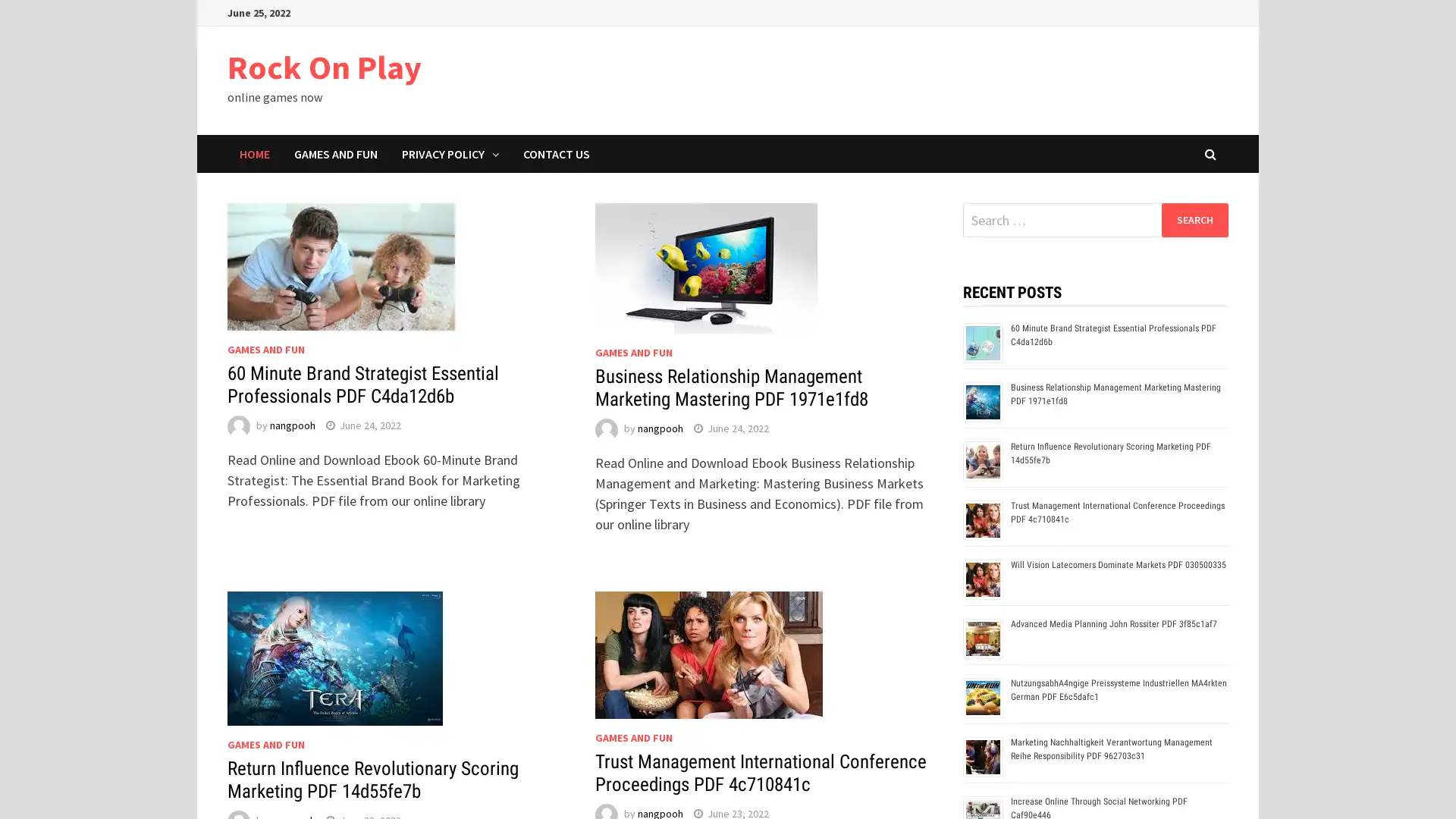 The image size is (1456, 819). I want to click on Search, so click(1194, 219).